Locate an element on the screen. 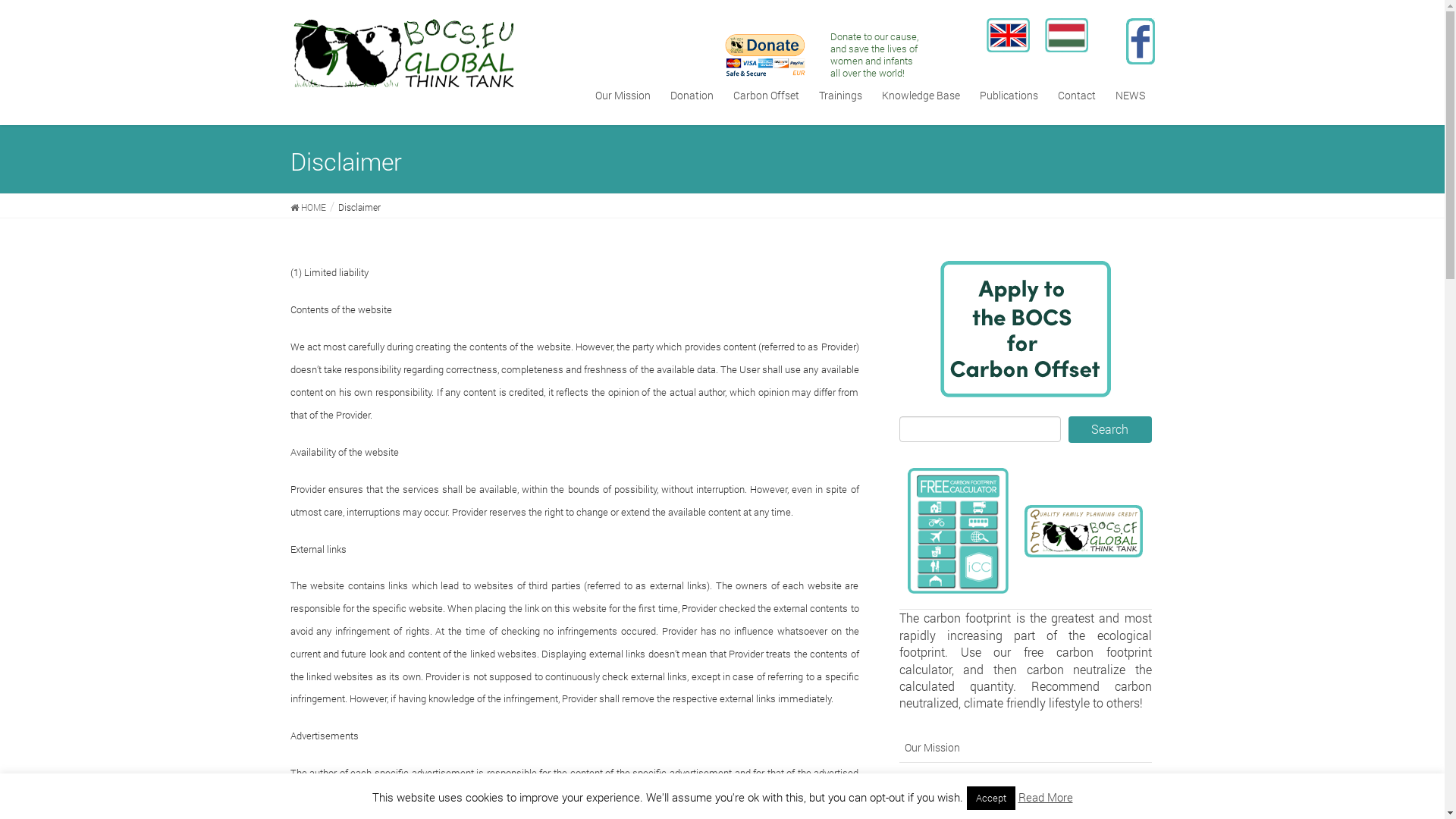 The image size is (1456, 819). 'QFPC carbon credit - BOCS.CF >>' is located at coordinates (1083, 530).